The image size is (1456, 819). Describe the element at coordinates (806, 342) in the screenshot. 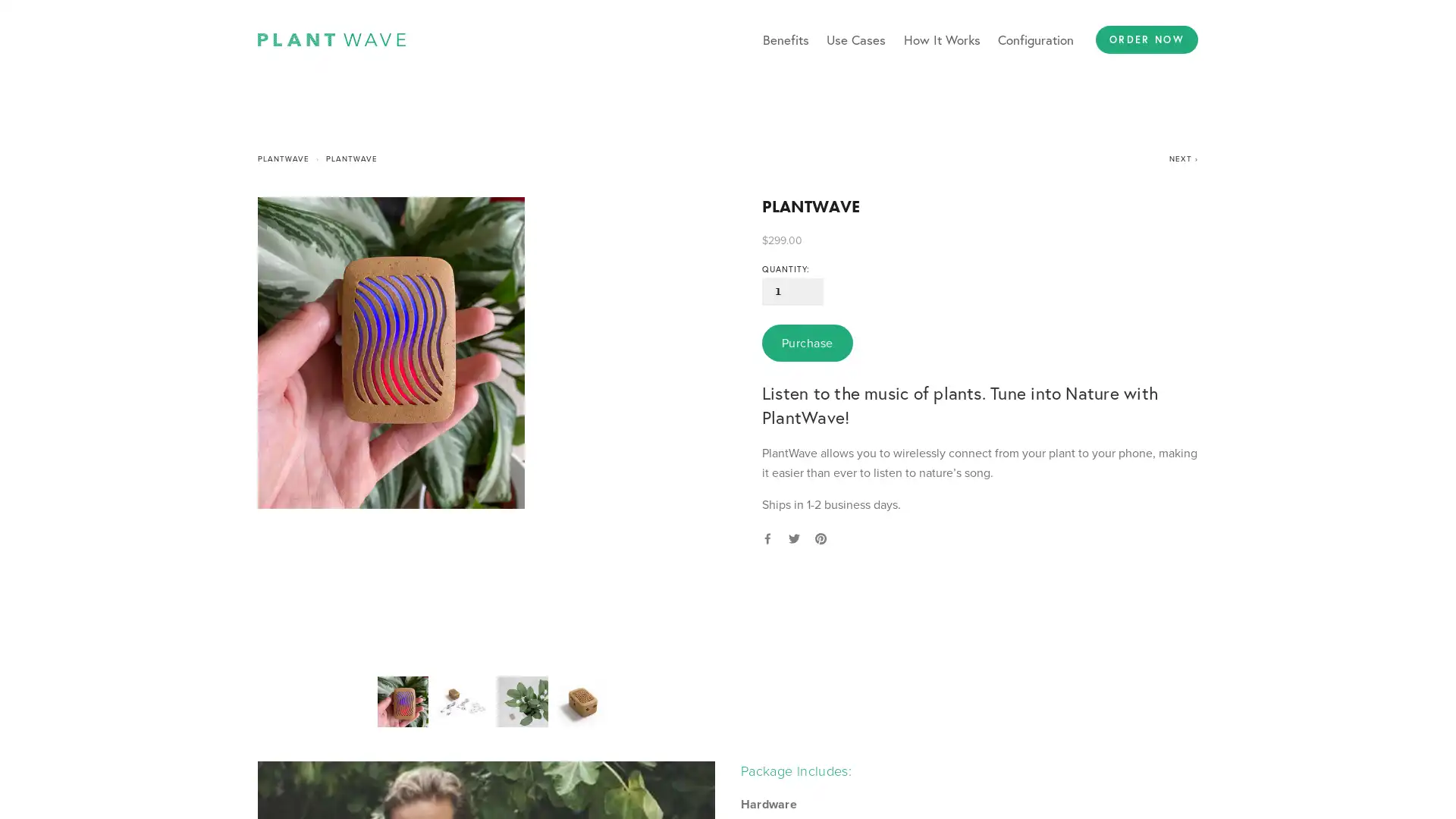

I see `Purchase` at that location.